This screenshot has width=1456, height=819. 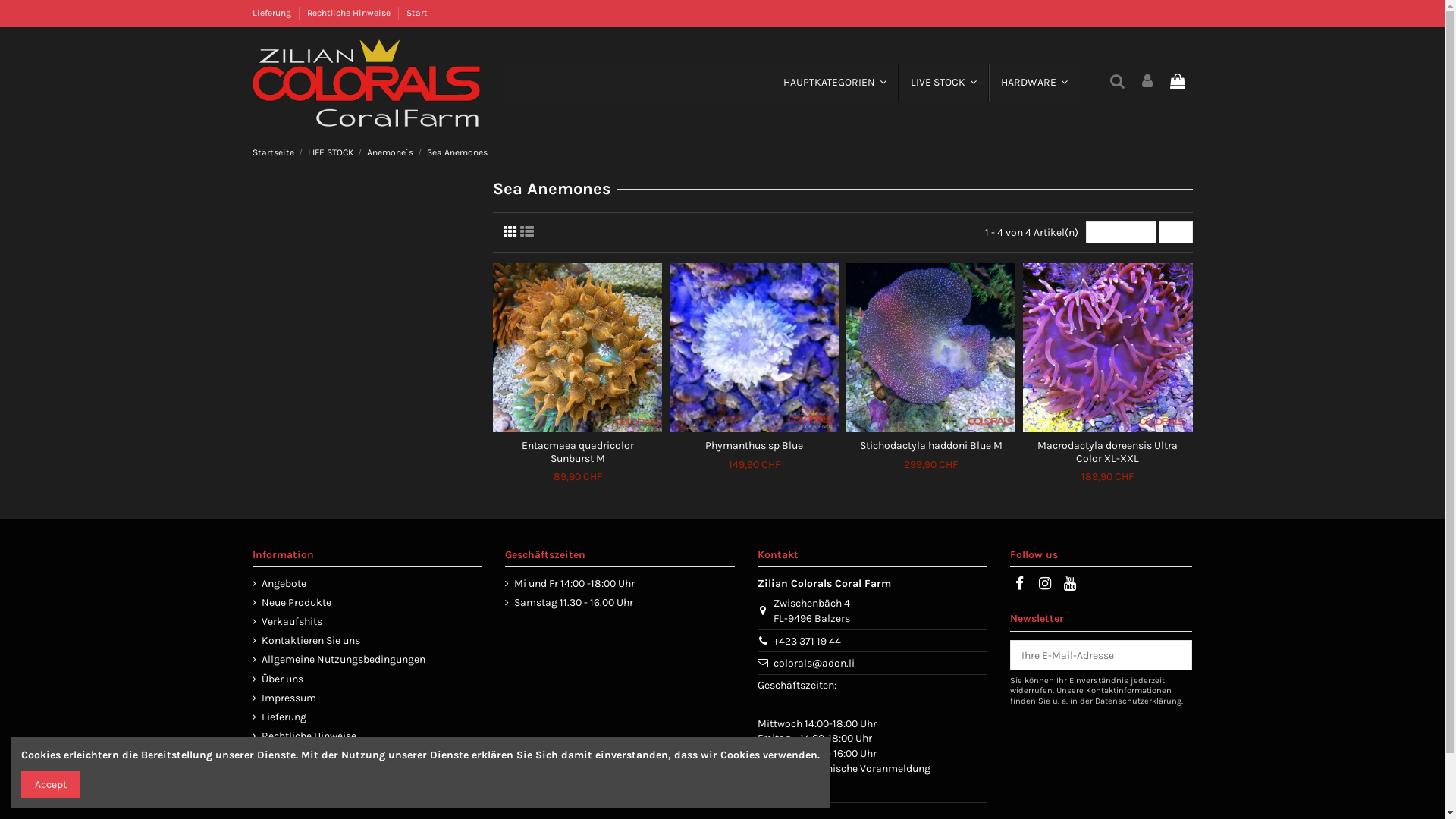 I want to click on 'Entacmaea quadricolor Sunburst M', so click(x=577, y=451).